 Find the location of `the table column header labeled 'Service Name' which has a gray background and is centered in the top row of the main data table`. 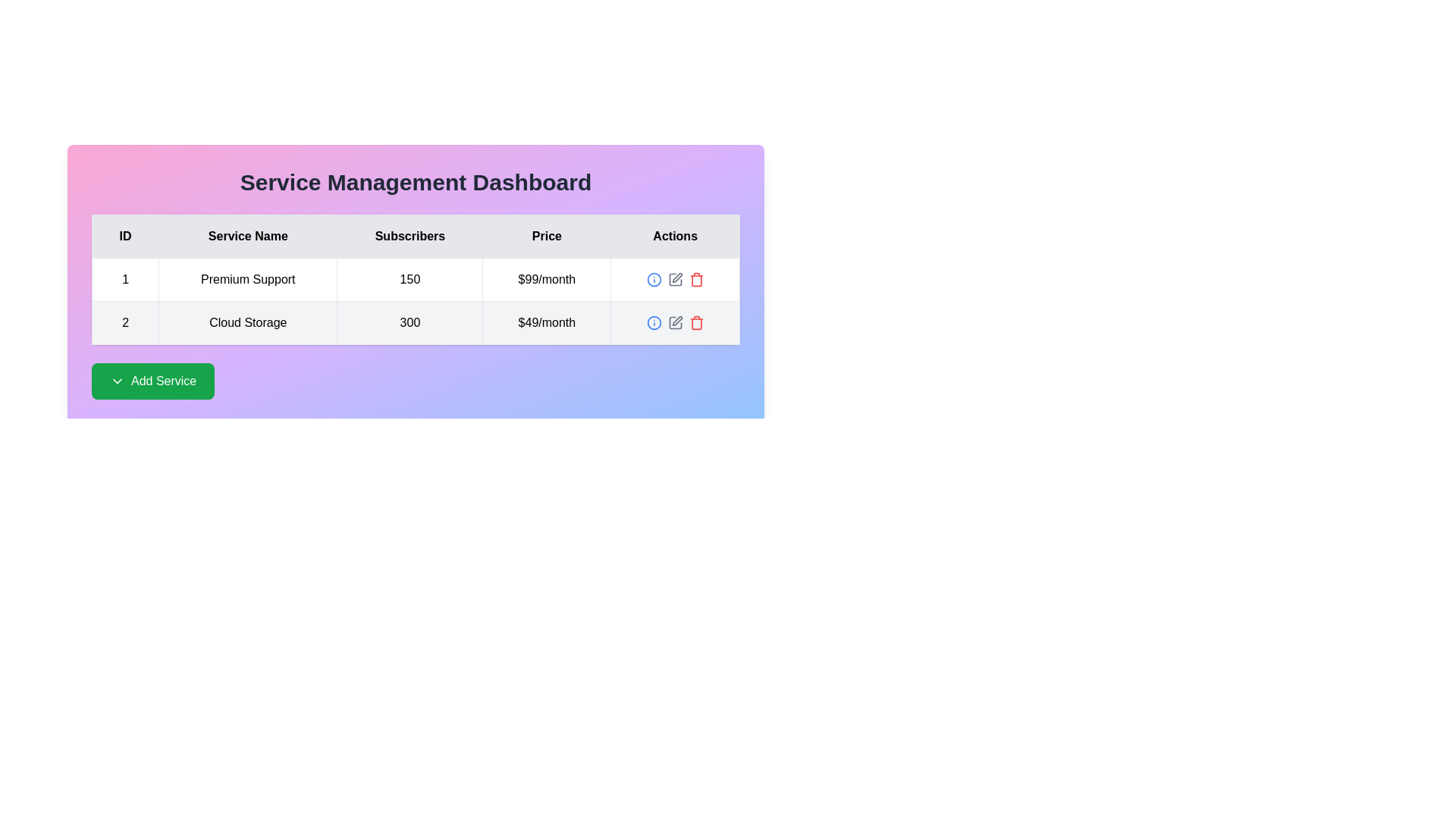

the table column header labeled 'Service Name' which has a gray background and is centered in the top row of the main data table is located at coordinates (248, 237).